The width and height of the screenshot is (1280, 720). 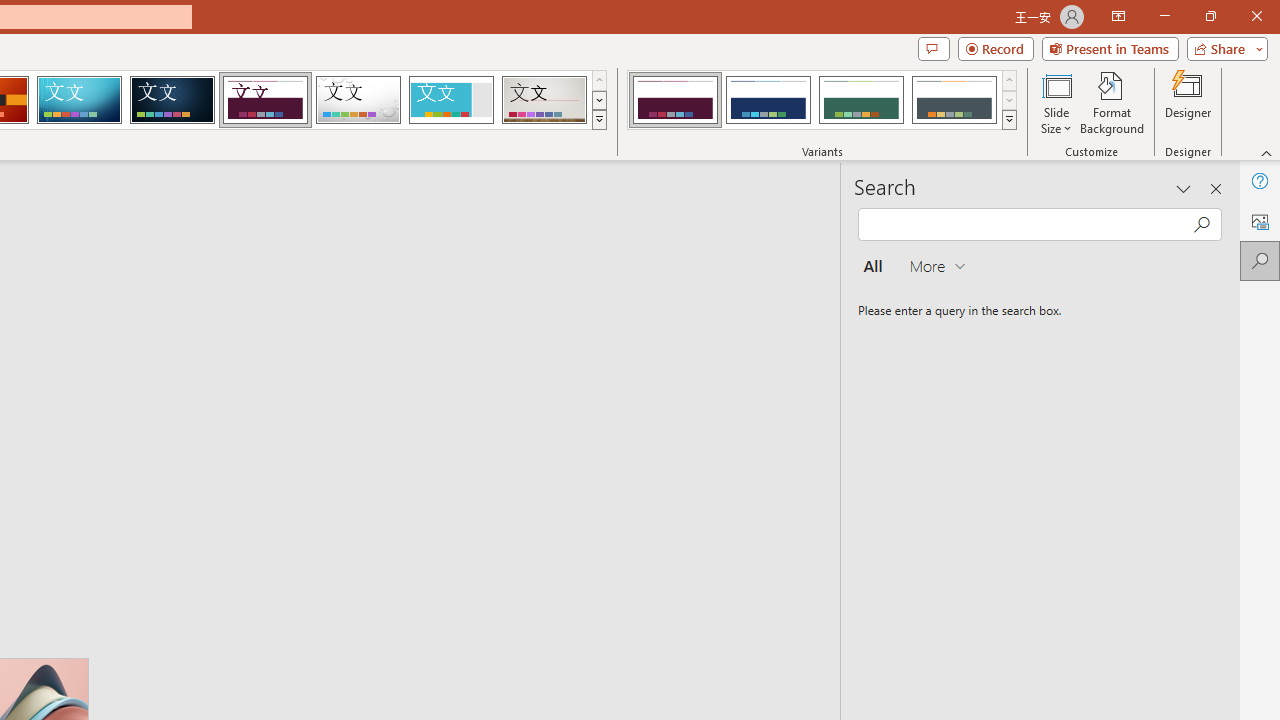 I want to click on 'Themes', so click(x=598, y=120).